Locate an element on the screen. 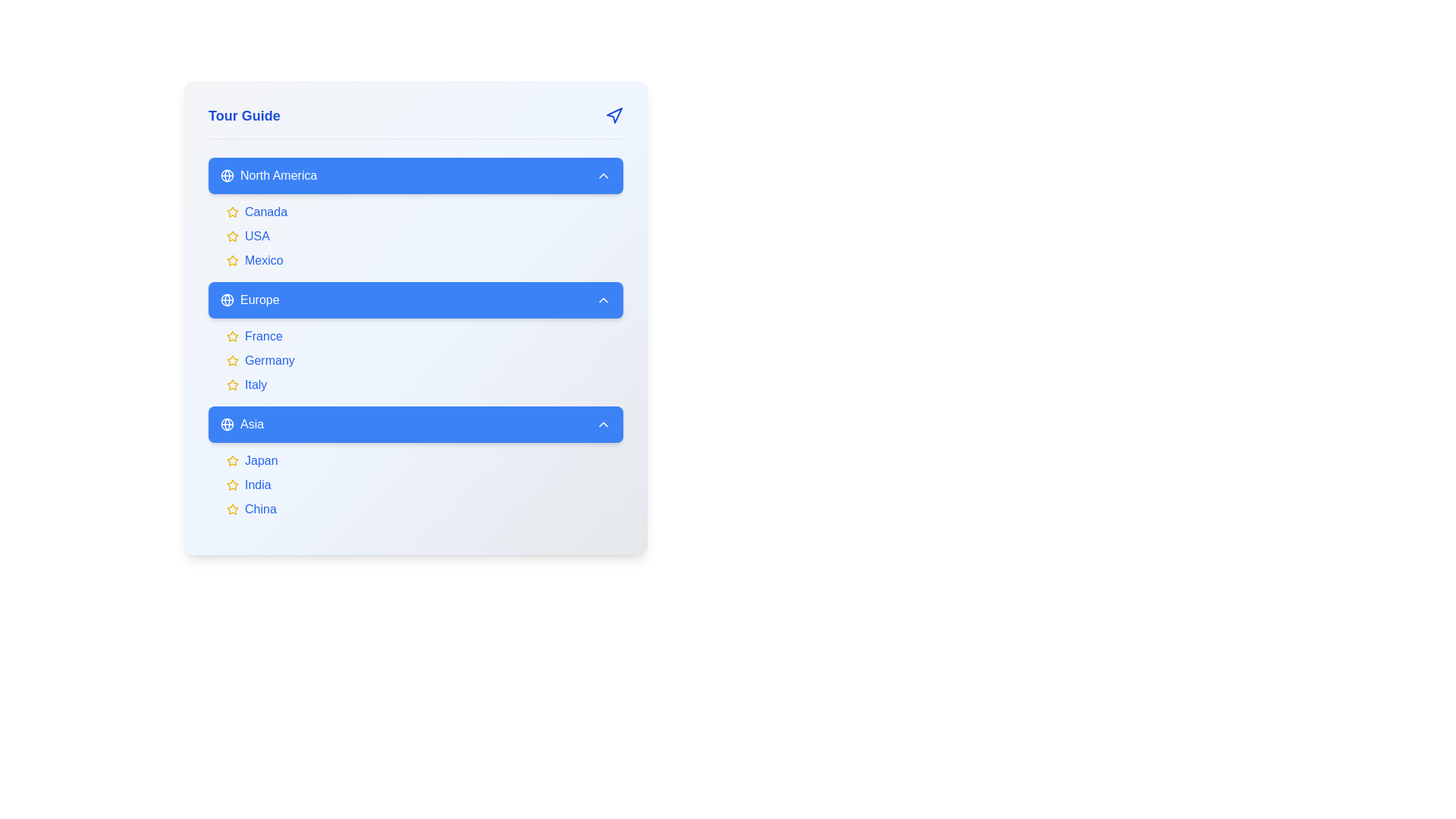 This screenshot has height=819, width=1456. the icon on the right end of the 'Asia' button is located at coordinates (603, 424).